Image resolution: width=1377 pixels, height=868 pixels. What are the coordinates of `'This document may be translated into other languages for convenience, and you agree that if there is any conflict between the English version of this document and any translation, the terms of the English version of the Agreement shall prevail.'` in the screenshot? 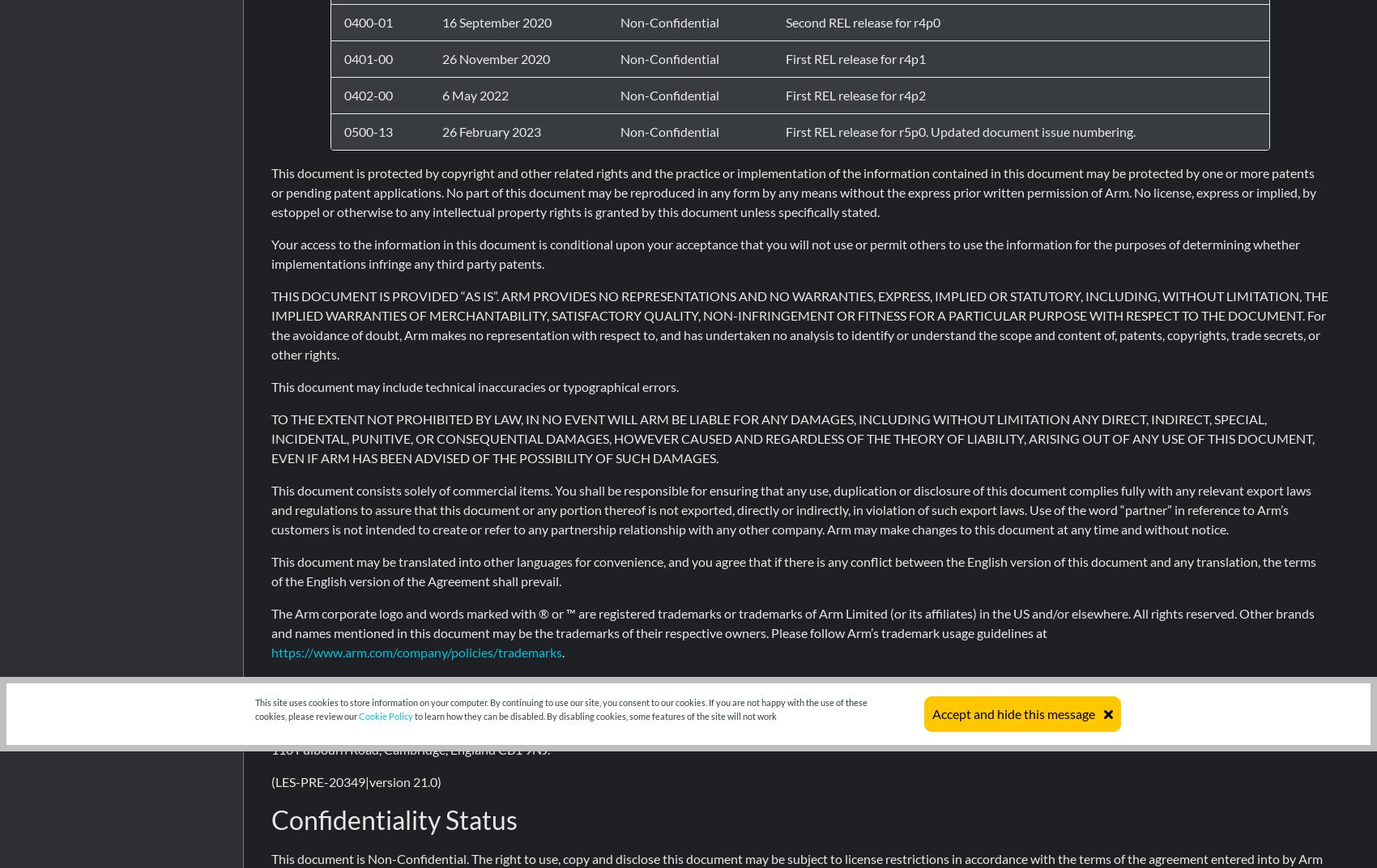 It's located at (271, 570).